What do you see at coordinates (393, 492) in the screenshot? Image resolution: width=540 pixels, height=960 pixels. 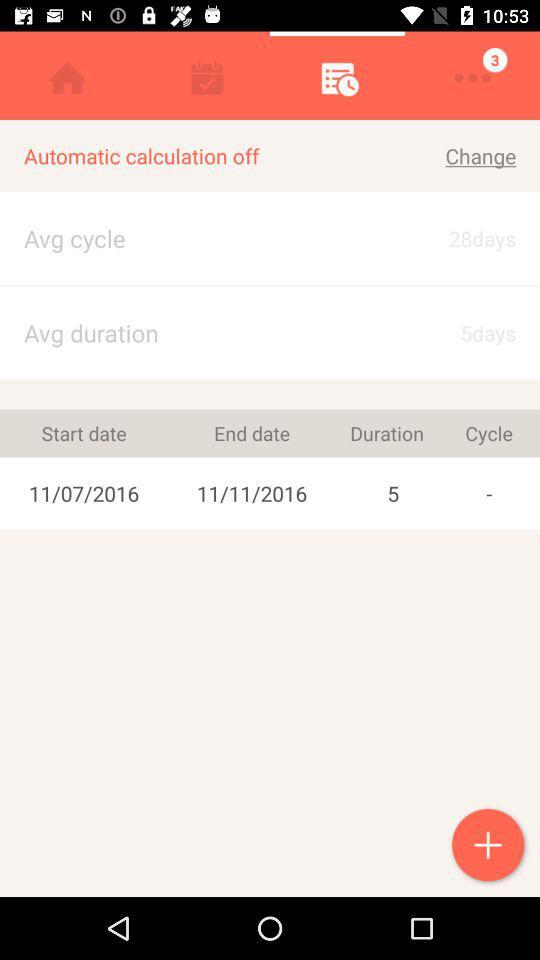 I see `the 5` at bounding box center [393, 492].